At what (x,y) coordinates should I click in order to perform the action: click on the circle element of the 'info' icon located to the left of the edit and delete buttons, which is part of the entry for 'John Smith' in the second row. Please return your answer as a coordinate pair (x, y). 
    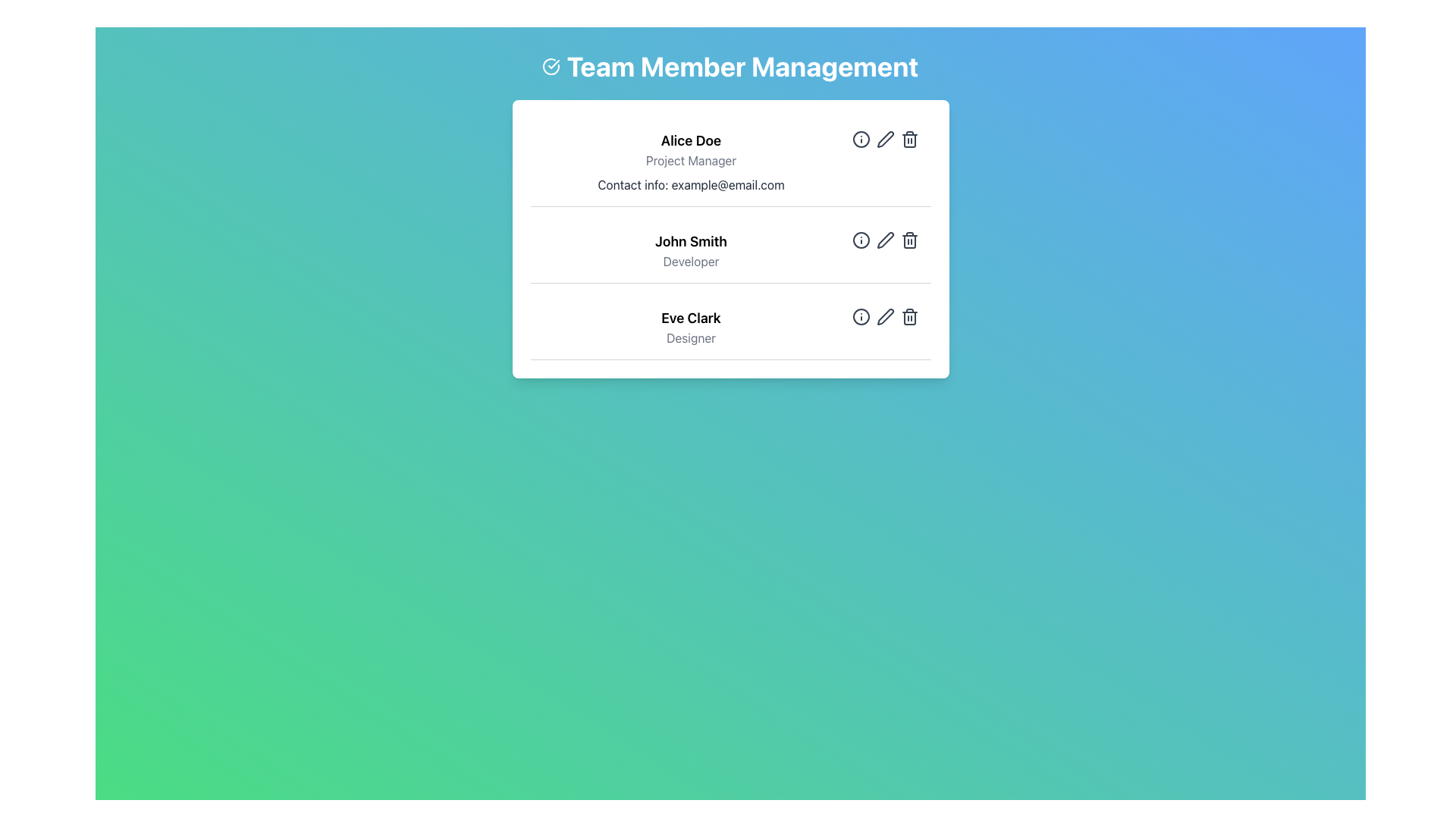
    Looking at the image, I should click on (861, 239).